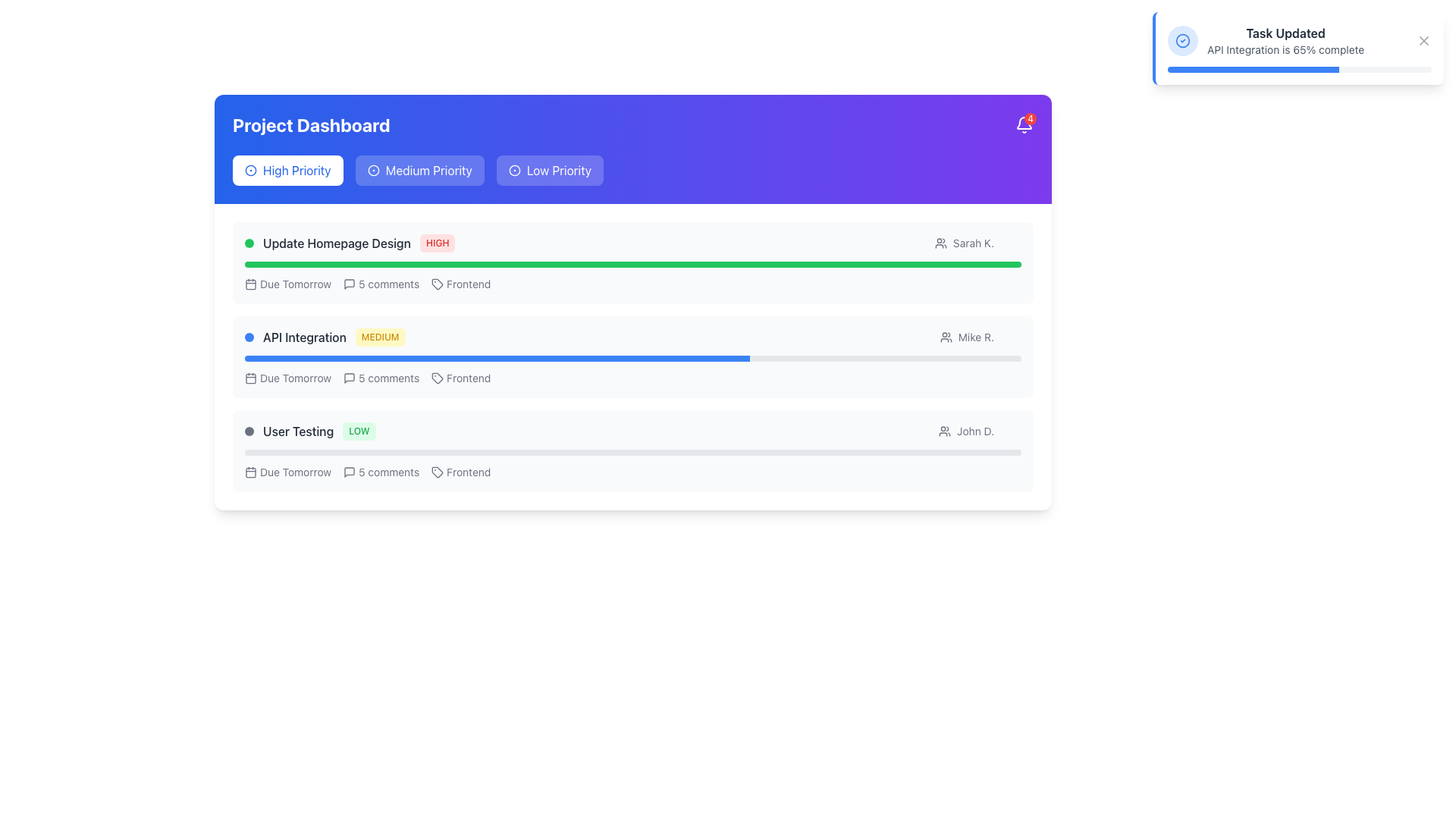 This screenshot has width=1456, height=819. Describe the element at coordinates (460, 284) in the screenshot. I see `the rightmost label with an icon that categorizes the task as related to 'Frontend' within the 'Update Homepage Design' task description` at that location.